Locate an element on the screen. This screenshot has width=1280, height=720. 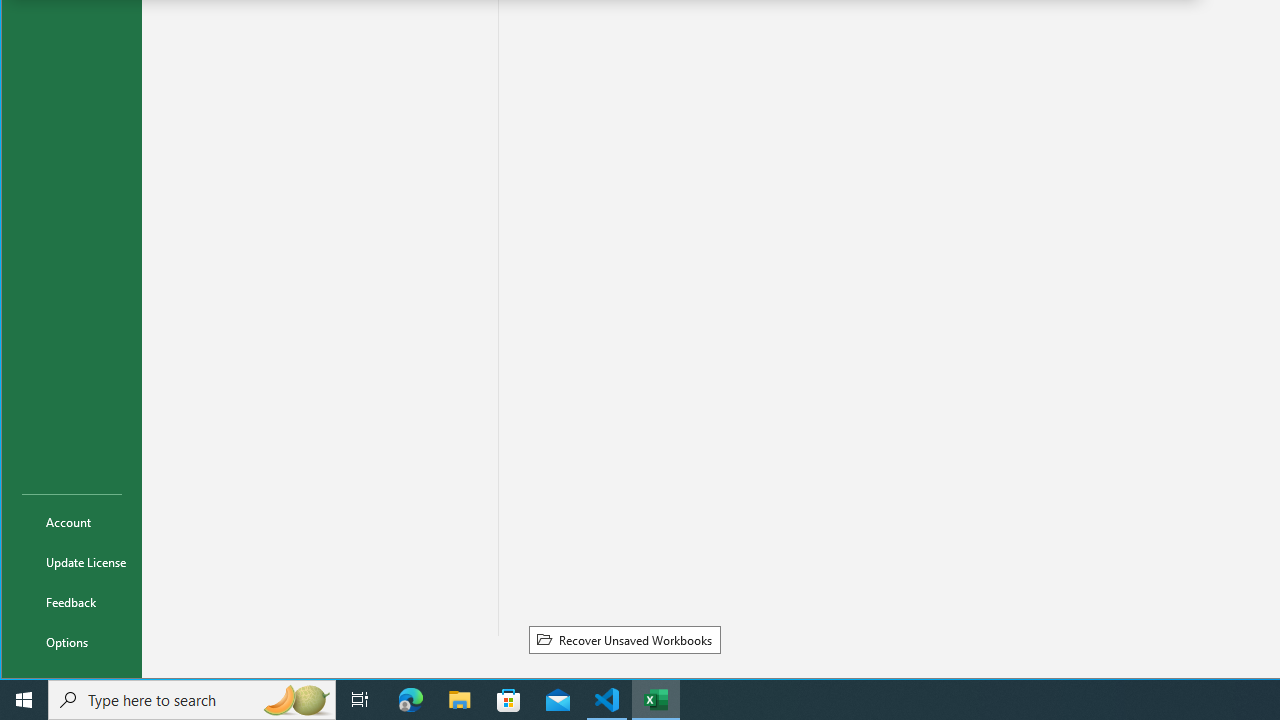
'Search highlights icon opens search home window' is located at coordinates (294, 698).